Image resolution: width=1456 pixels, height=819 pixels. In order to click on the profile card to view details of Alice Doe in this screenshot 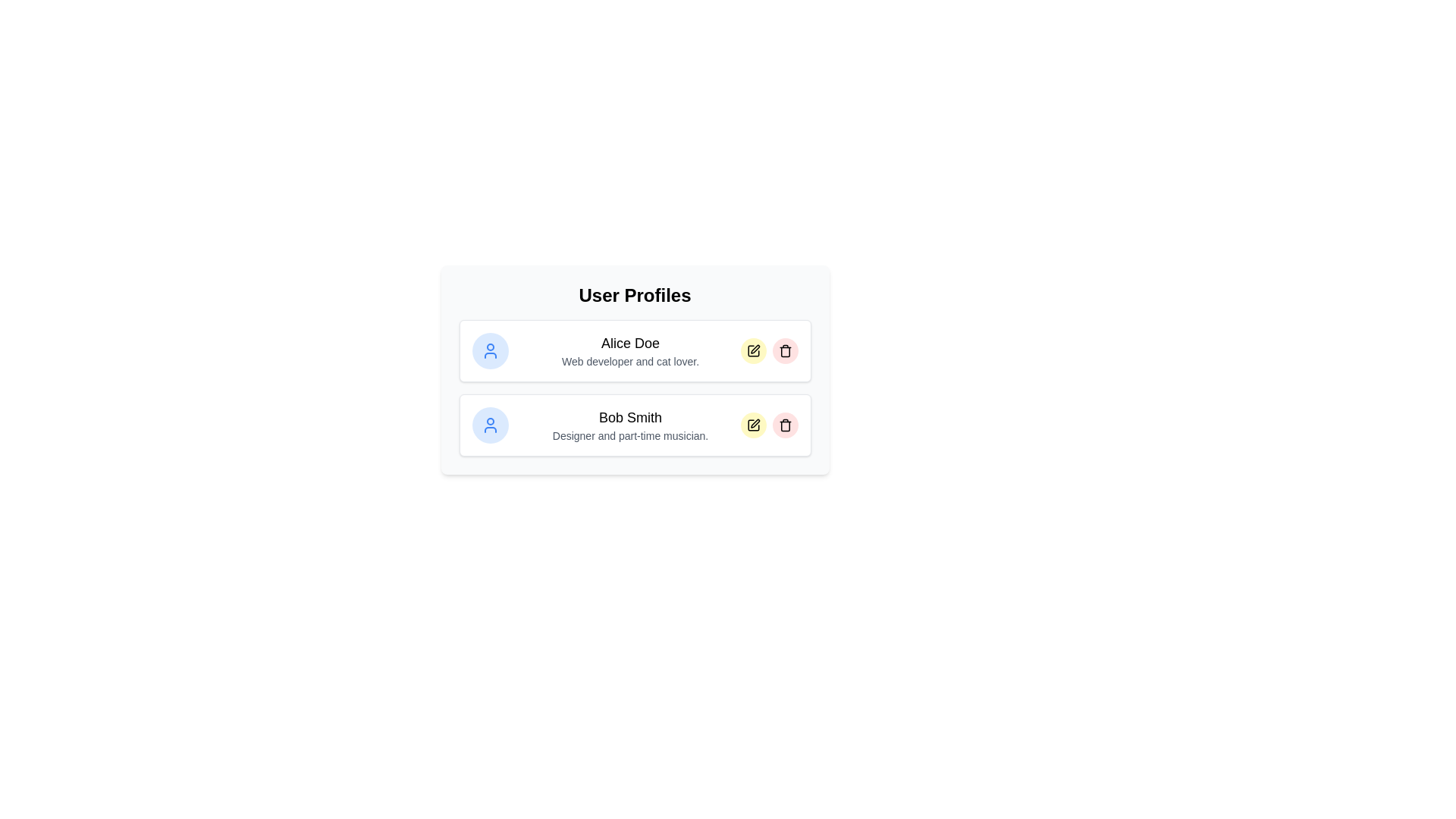, I will do `click(635, 350)`.